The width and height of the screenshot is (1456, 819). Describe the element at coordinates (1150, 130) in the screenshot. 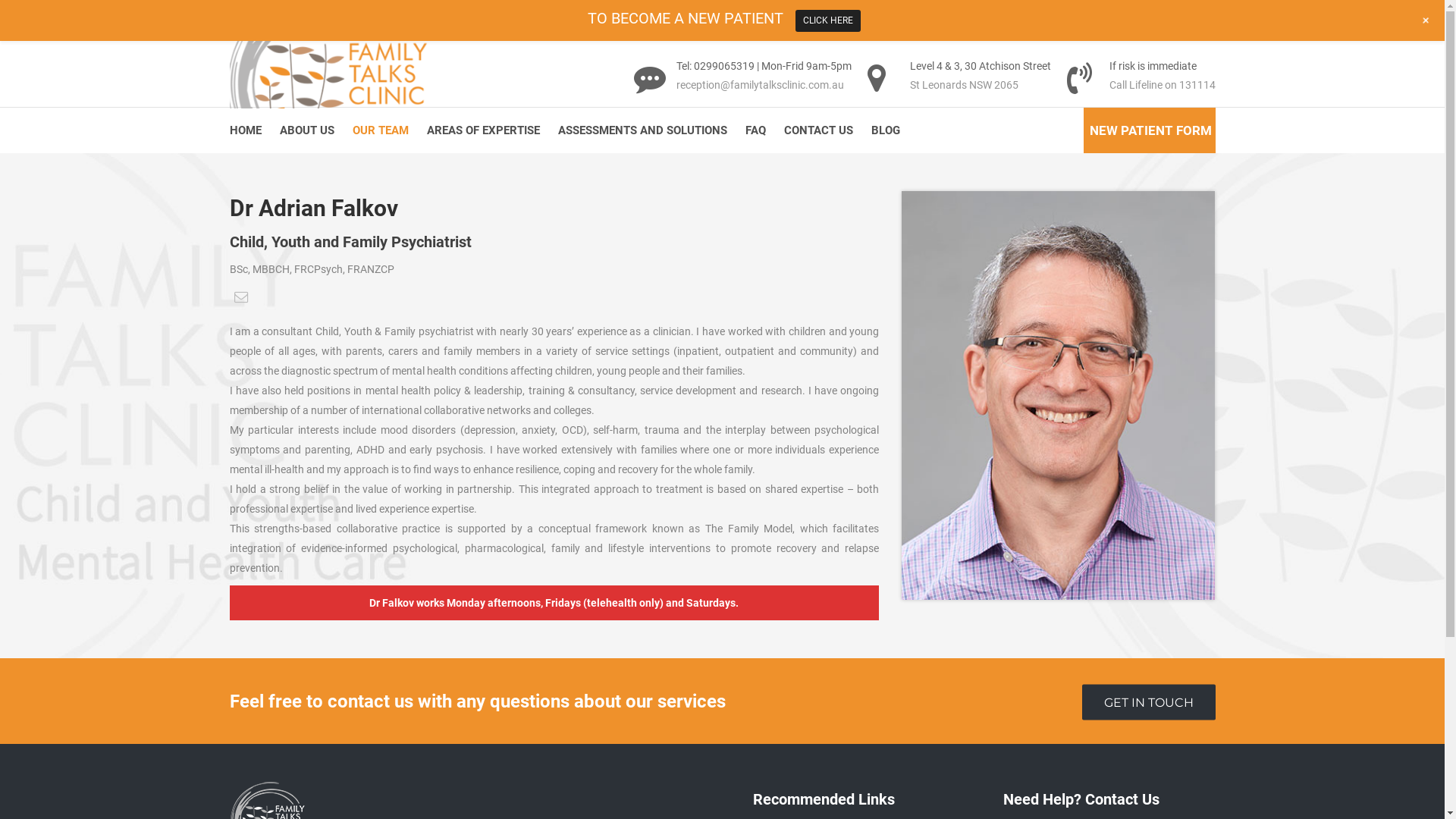

I see `'NEW PATIENT FORM'` at that location.